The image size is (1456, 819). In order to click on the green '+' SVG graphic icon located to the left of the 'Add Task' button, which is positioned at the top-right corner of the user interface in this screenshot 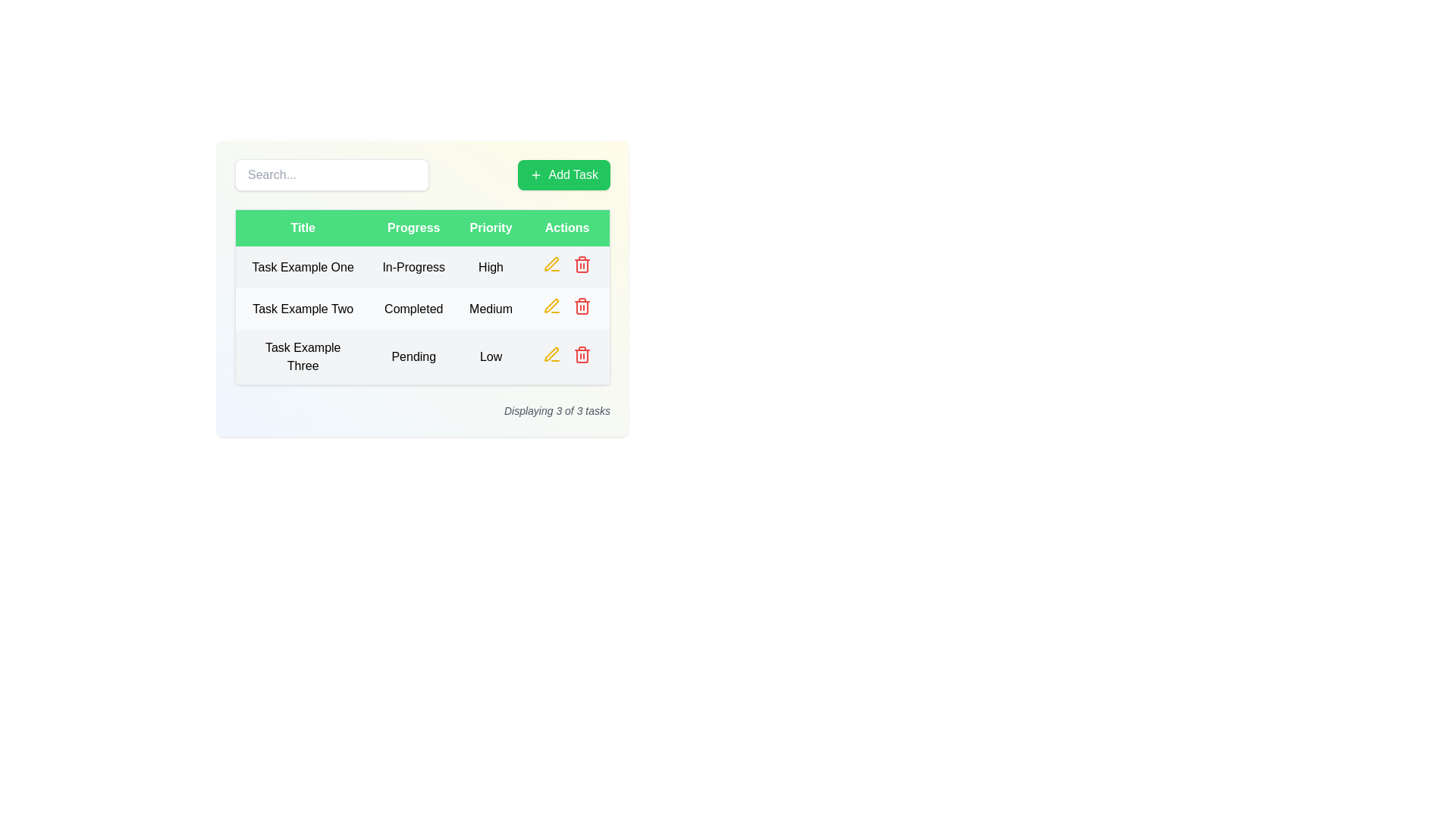, I will do `click(536, 174)`.